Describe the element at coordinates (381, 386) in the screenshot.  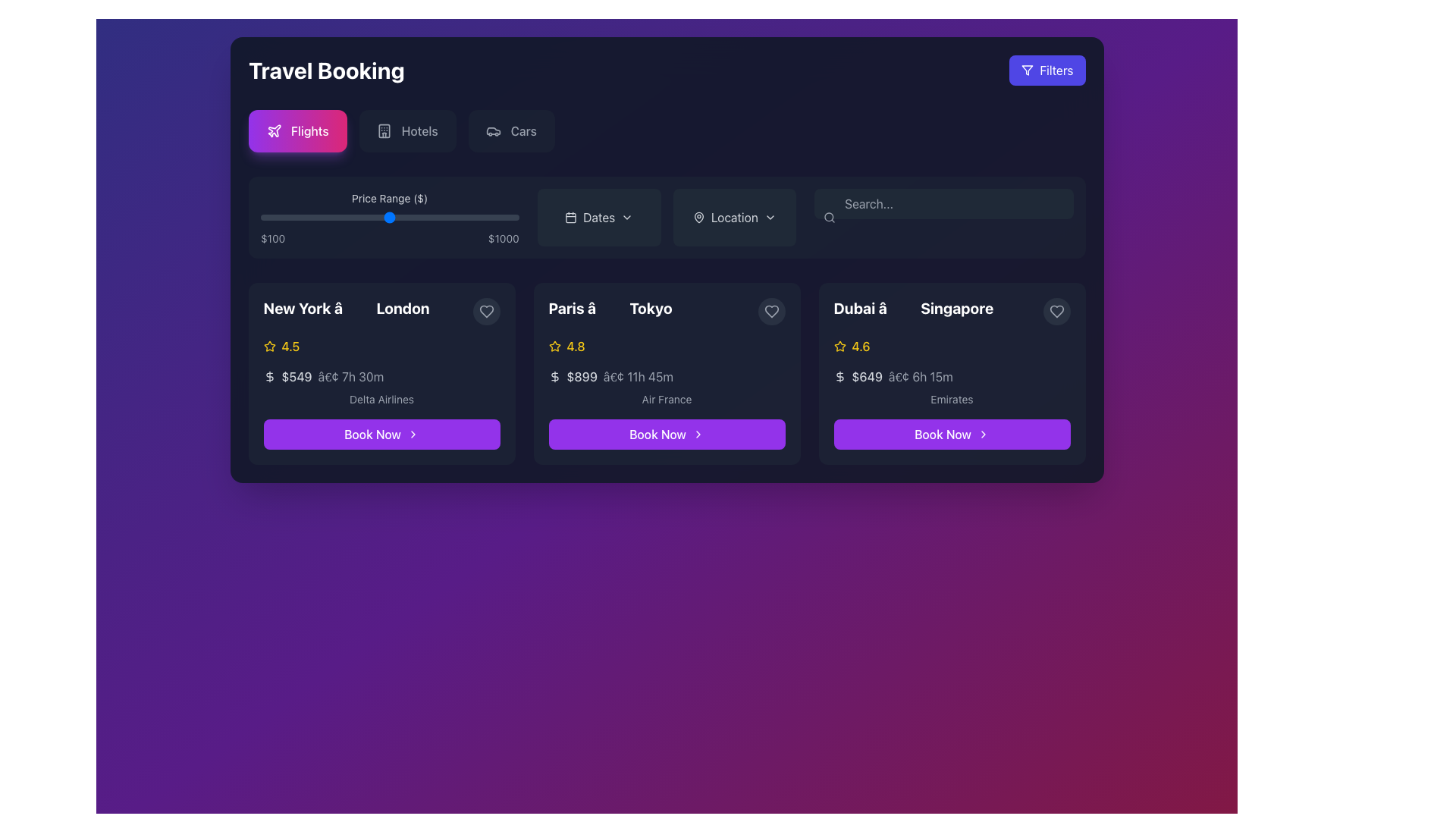
I see `the Text Display Area that provides details about the cost, duration, and airline for the flight itinerary from 'New York → London', located below the rating and price information and above the 'Book Now' button` at that location.